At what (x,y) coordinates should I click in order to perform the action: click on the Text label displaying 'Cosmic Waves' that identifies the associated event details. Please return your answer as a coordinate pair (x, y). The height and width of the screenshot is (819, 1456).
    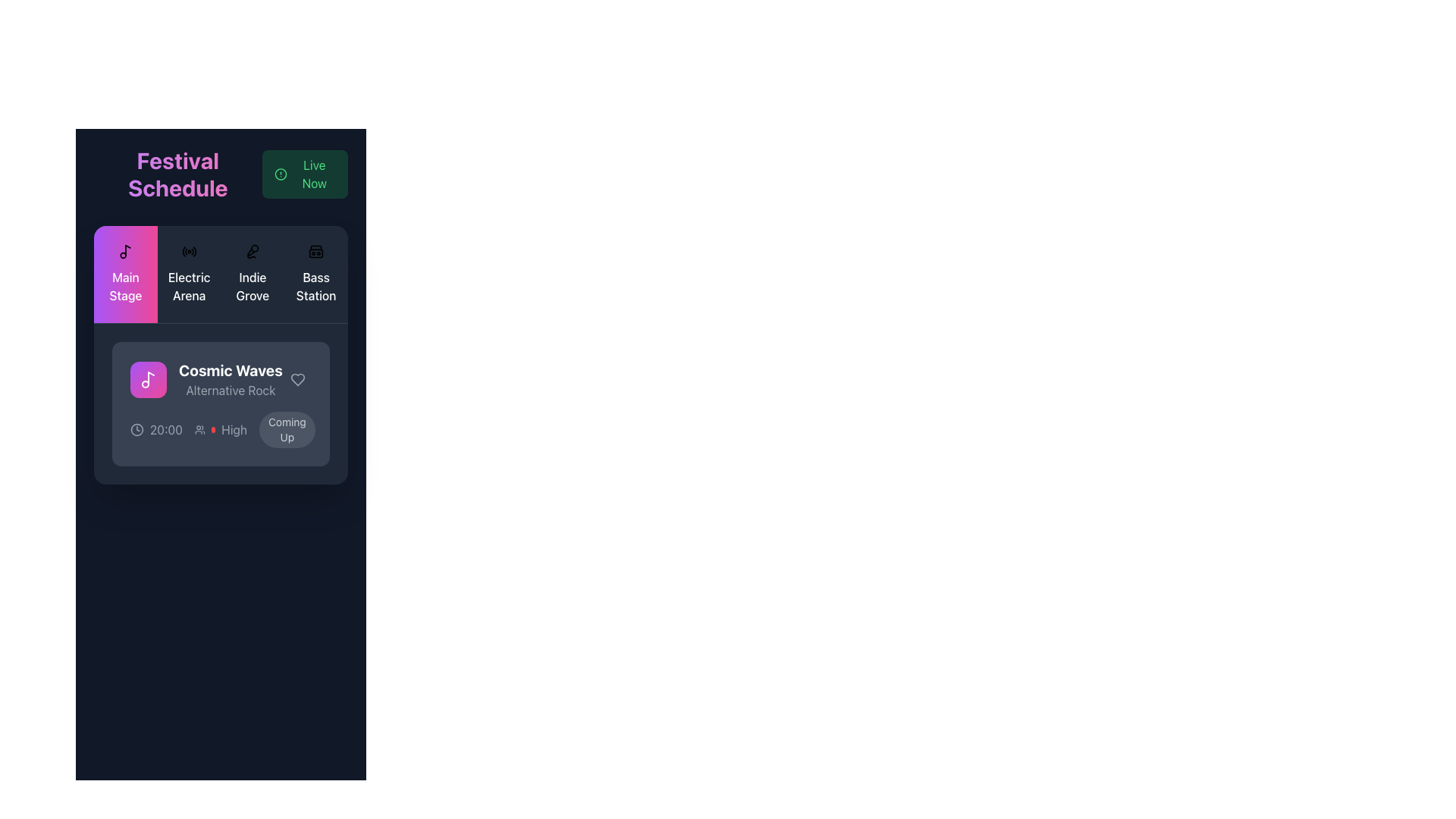
    Looking at the image, I should click on (230, 371).